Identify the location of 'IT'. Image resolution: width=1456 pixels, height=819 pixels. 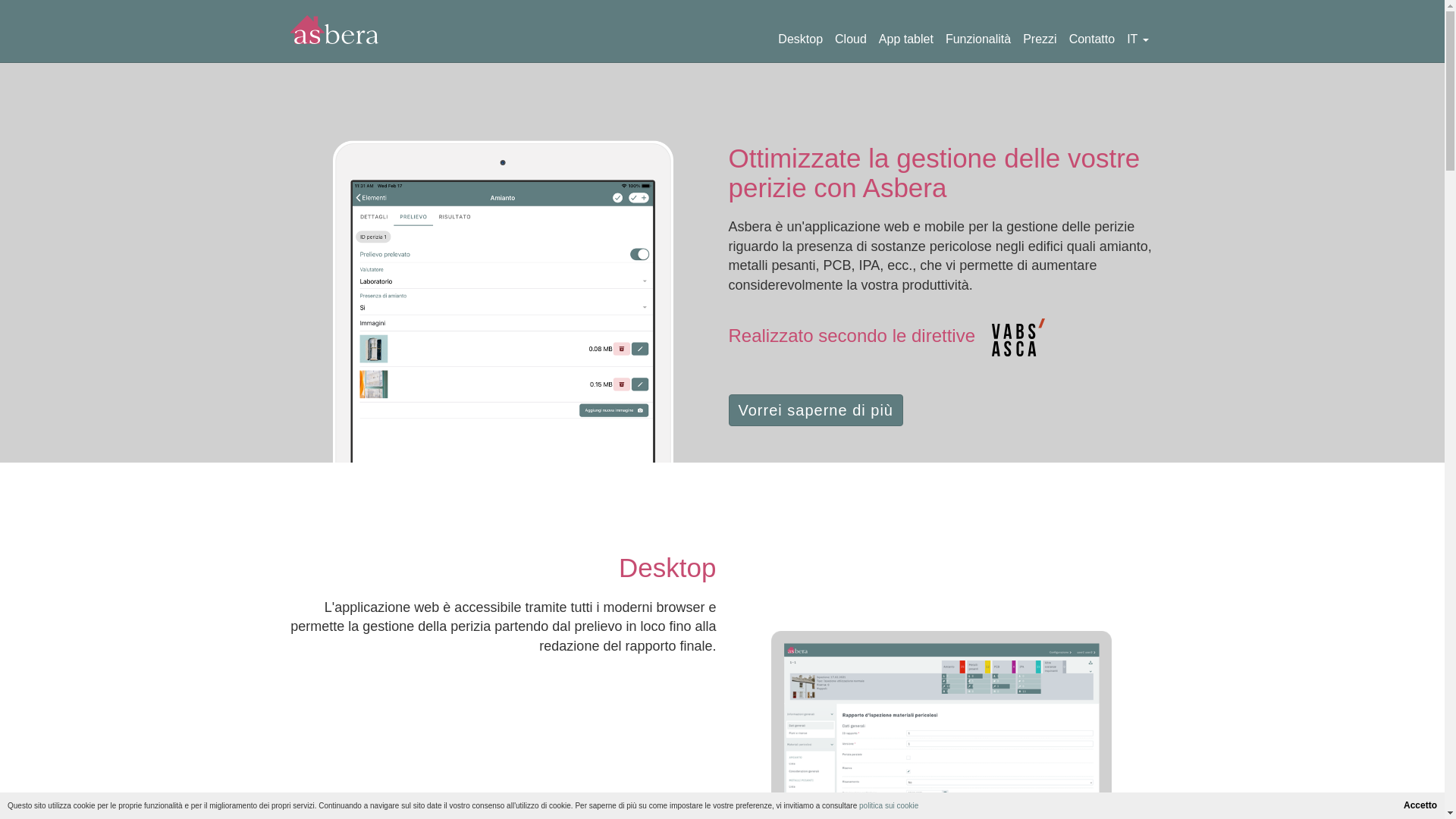
(1121, 33).